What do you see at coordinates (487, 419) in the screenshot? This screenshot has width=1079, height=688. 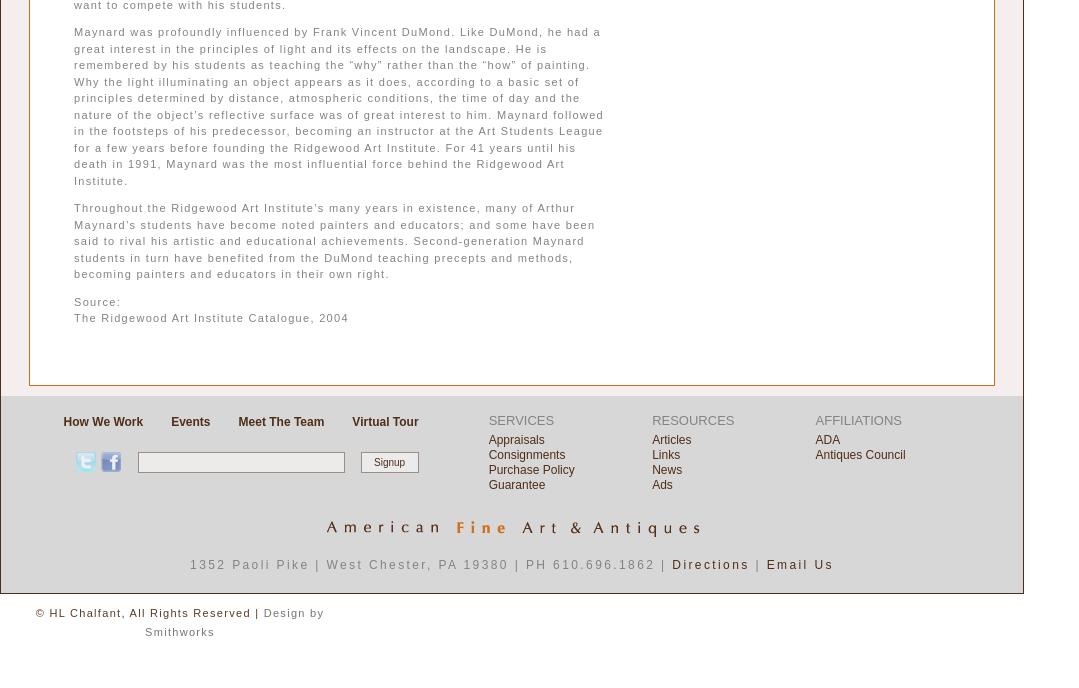 I see `'SERVICES'` at bounding box center [487, 419].